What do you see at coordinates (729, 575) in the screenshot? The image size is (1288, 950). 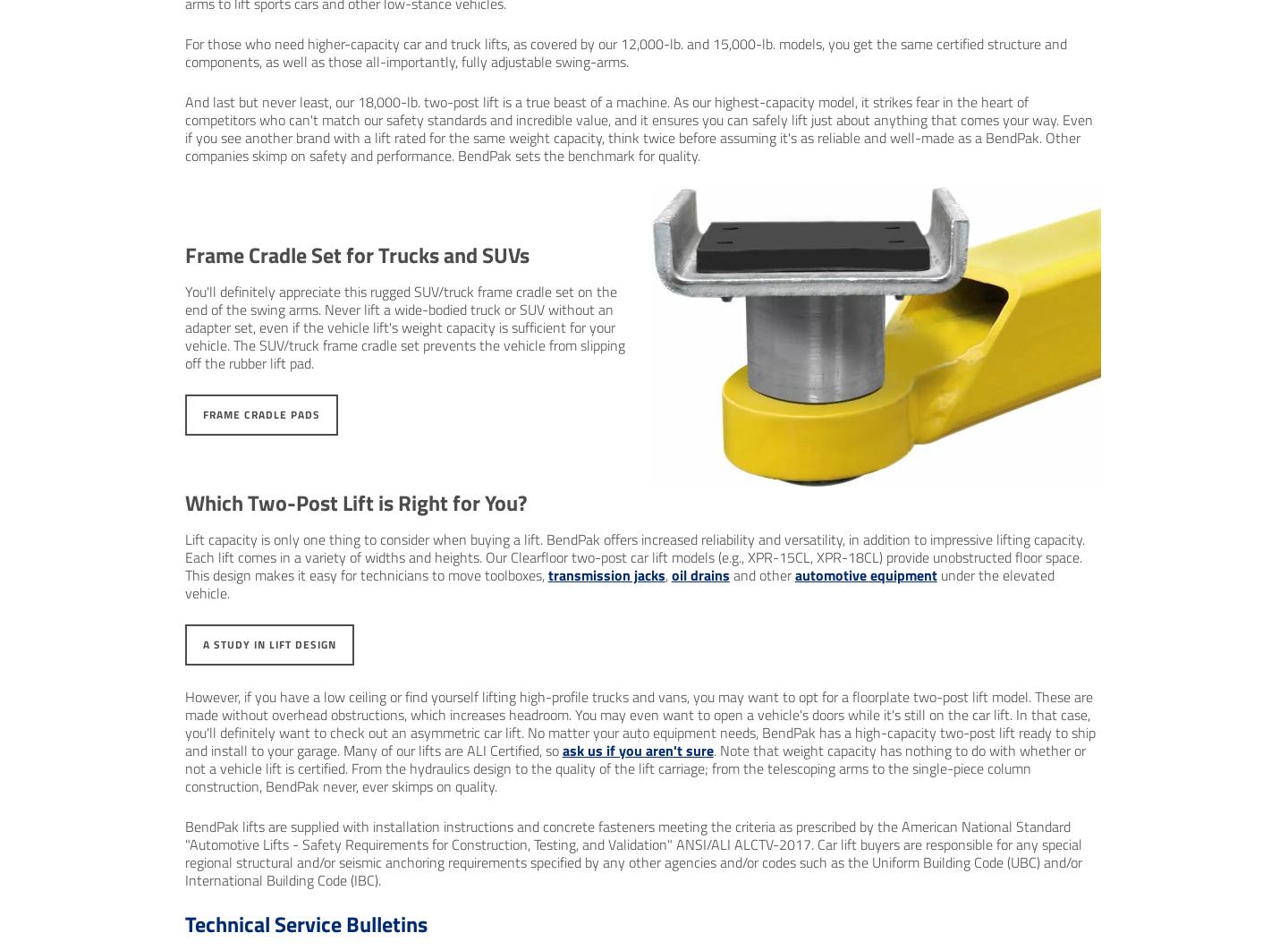 I see `'and other'` at bounding box center [729, 575].